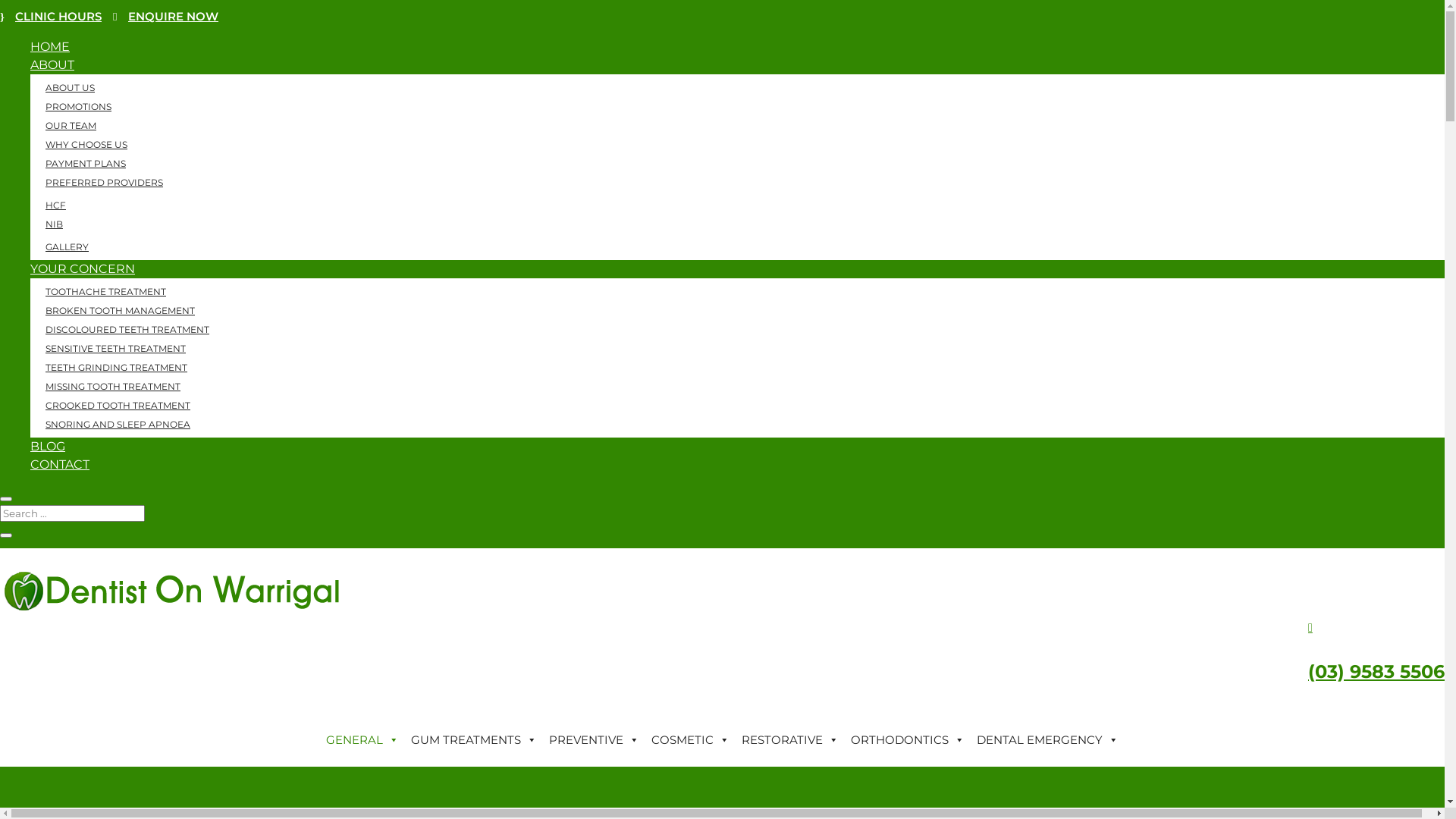 The image size is (1456, 819). What do you see at coordinates (119, 309) in the screenshot?
I see `'BROKEN TOOTH MANAGEMENT'` at bounding box center [119, 309].